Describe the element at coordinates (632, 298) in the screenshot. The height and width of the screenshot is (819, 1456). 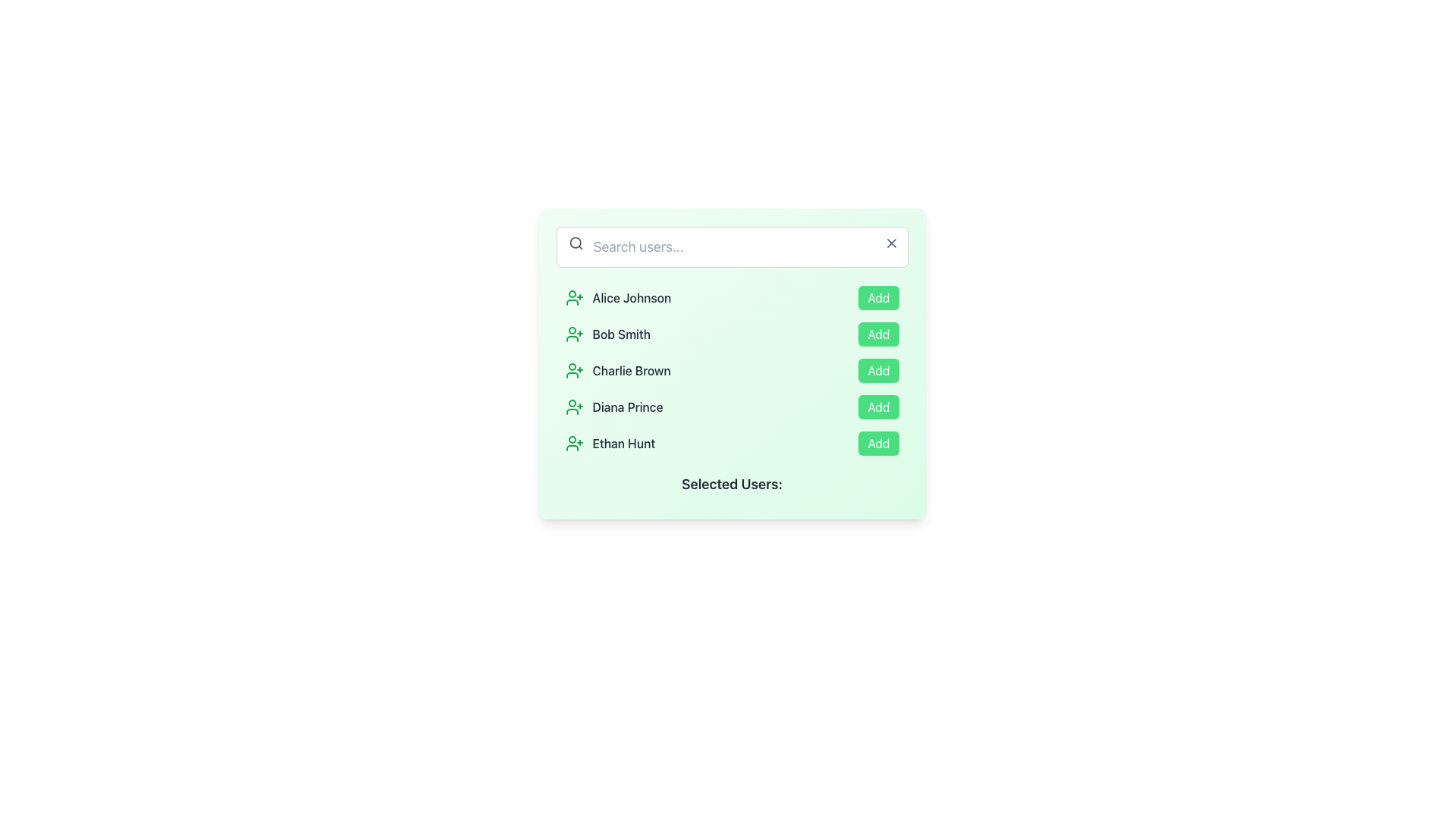
I see `text label that identifies the first user in the list, which is located to the left of the user-plus icon within the green panel` at that location.